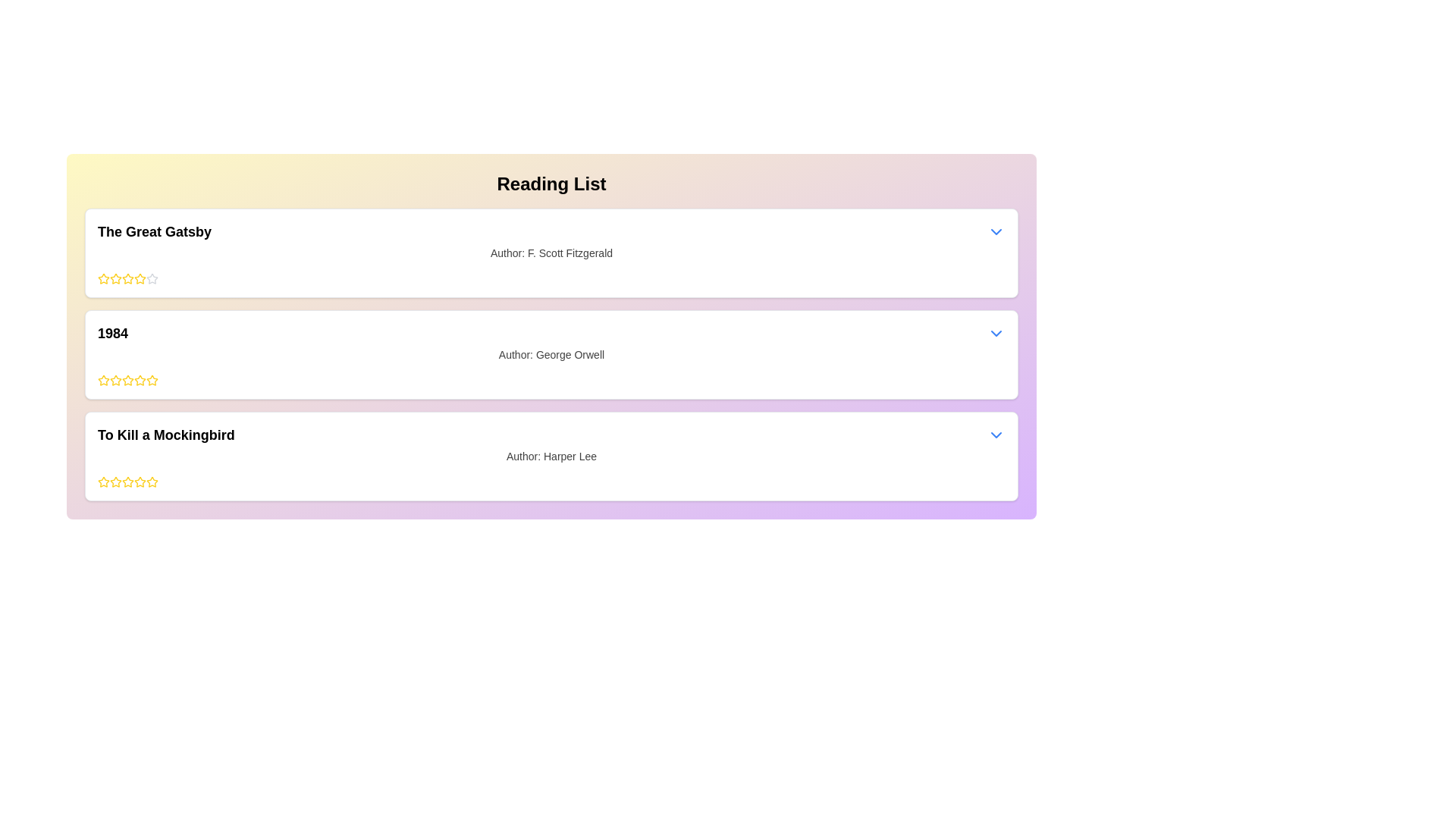  What do you see at coordinates (152, 379) in the screenshot?
I see `the second star icon in the rating system below the title '1984'` at bounding box center [152, 379].